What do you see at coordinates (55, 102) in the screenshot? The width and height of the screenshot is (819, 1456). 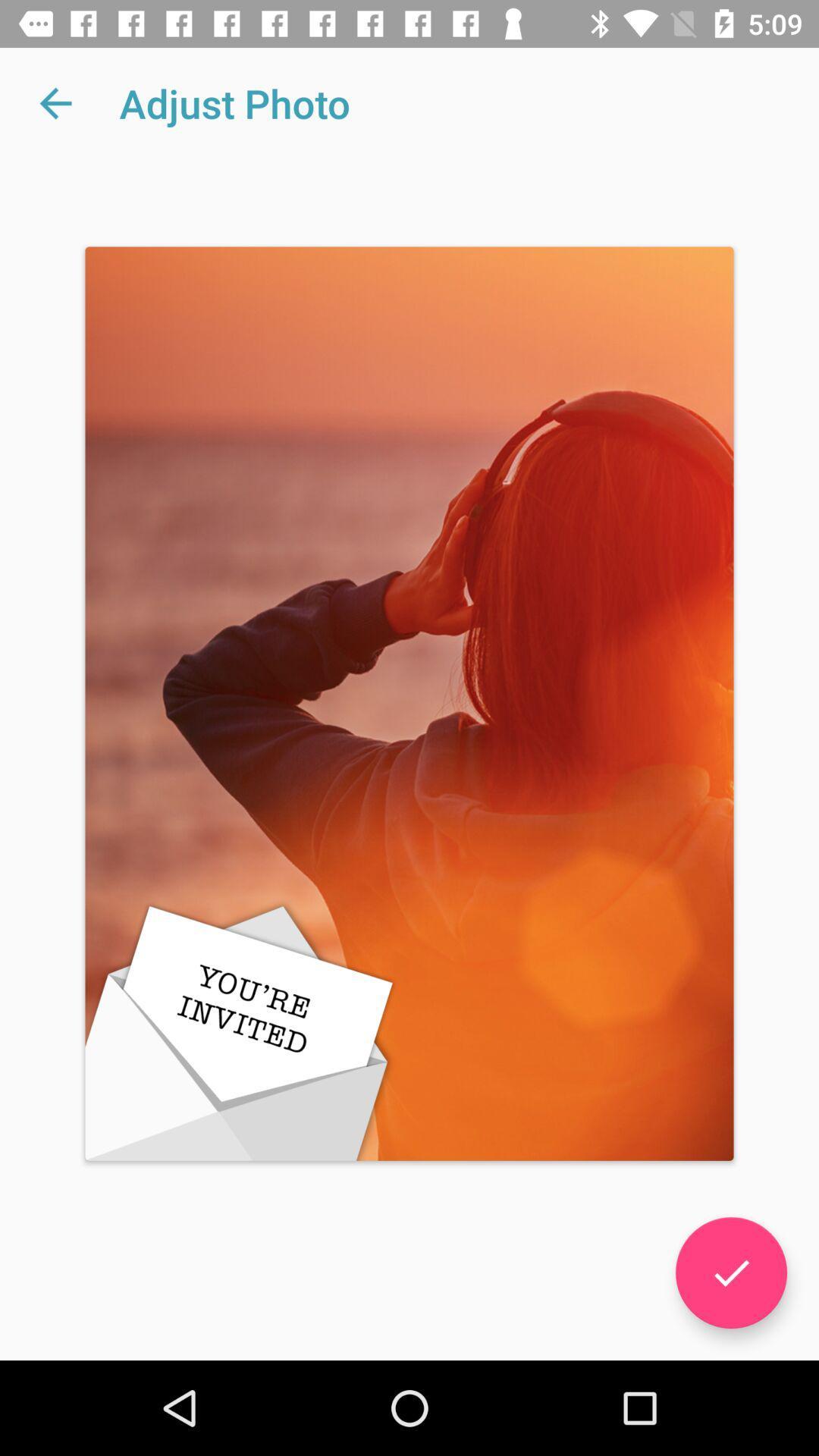 I see `icon next to adjust photo app` at bounding box center [55, 102].